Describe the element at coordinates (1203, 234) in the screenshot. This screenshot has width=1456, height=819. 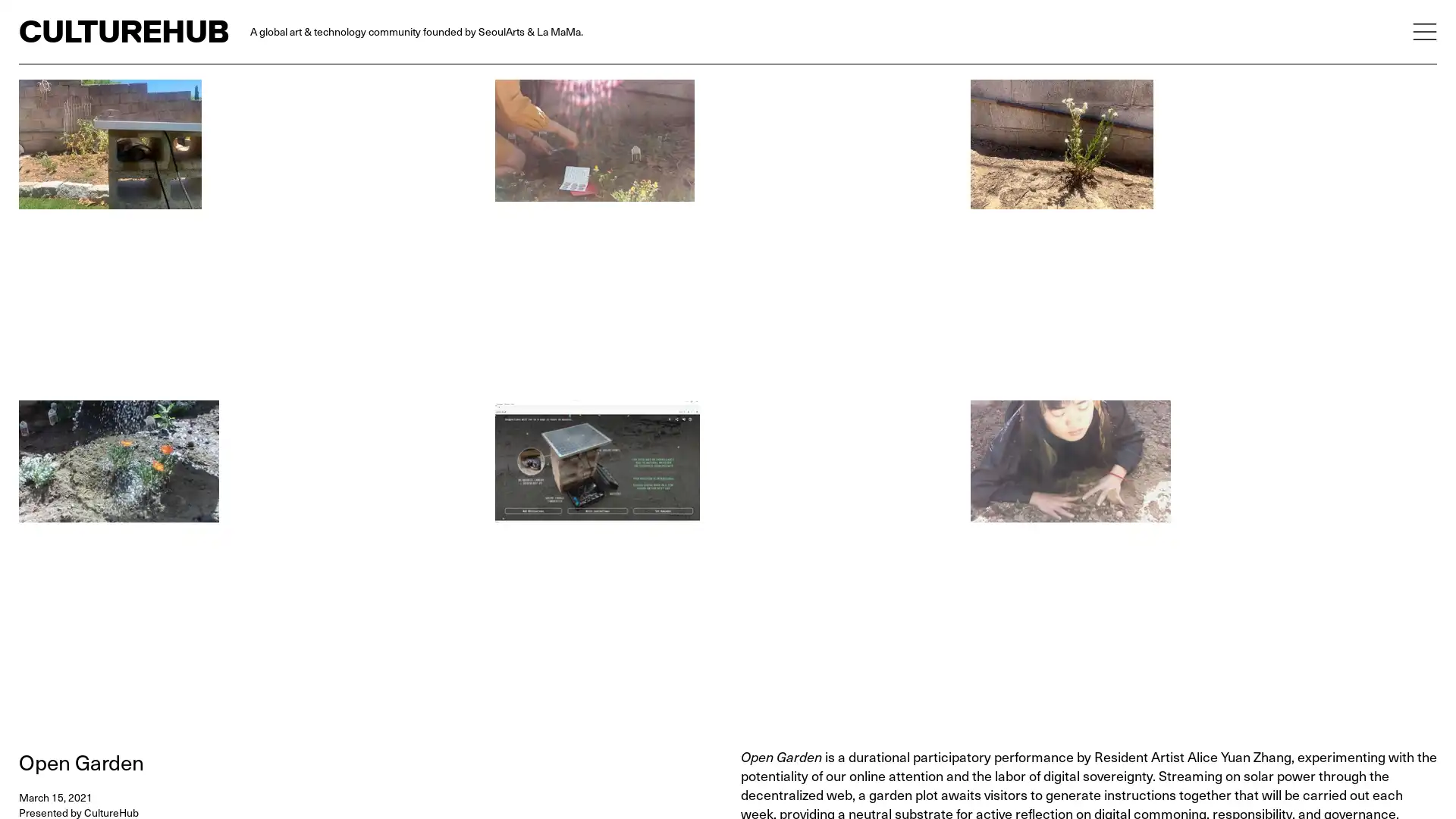
I see `View fullsize Photo 4 of Open Garden from Week 15 (06.24 - California Everlasting).jpg` at that location.